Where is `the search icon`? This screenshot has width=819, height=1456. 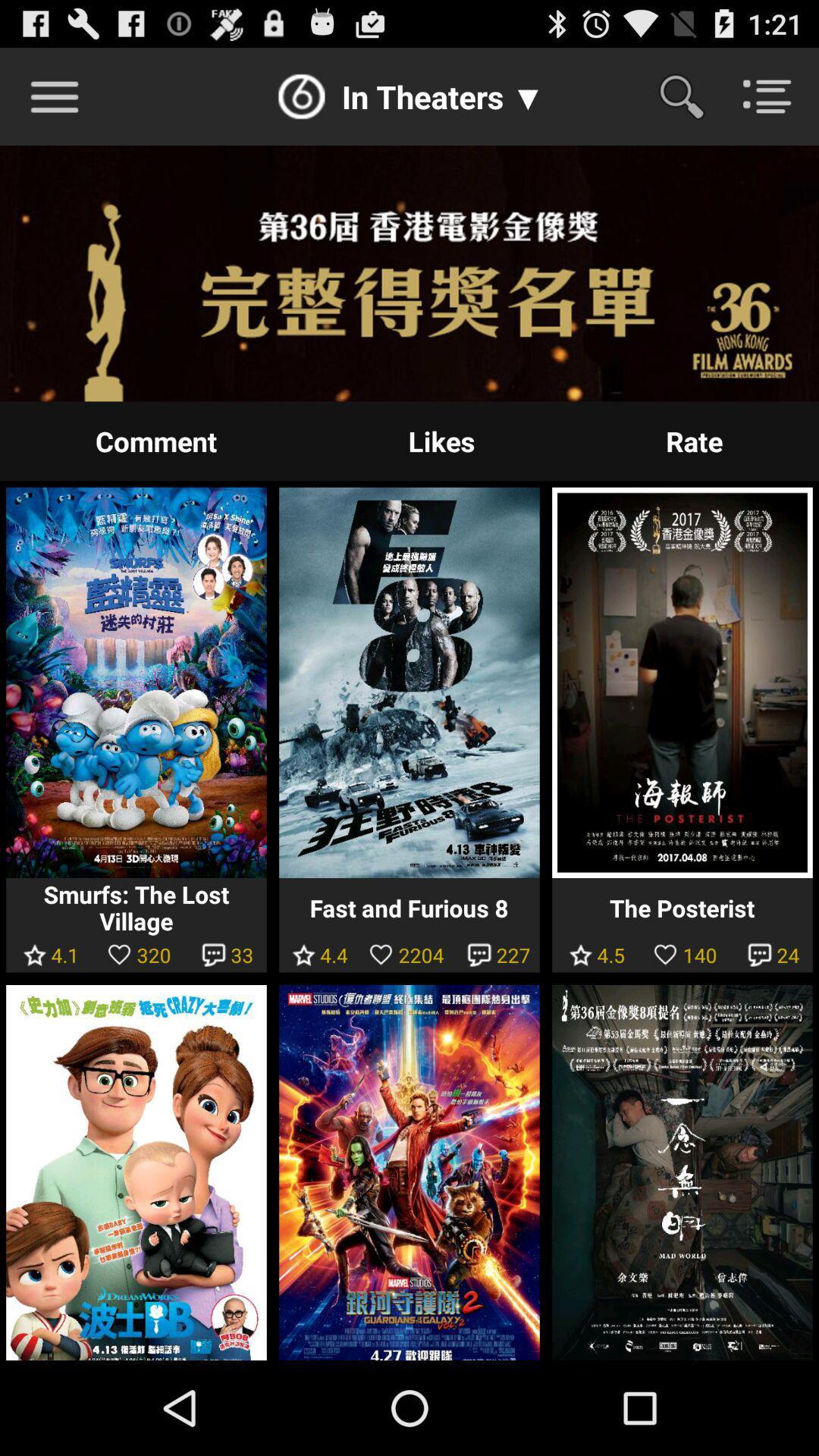
the search icon is located at coordinates (691, 102).